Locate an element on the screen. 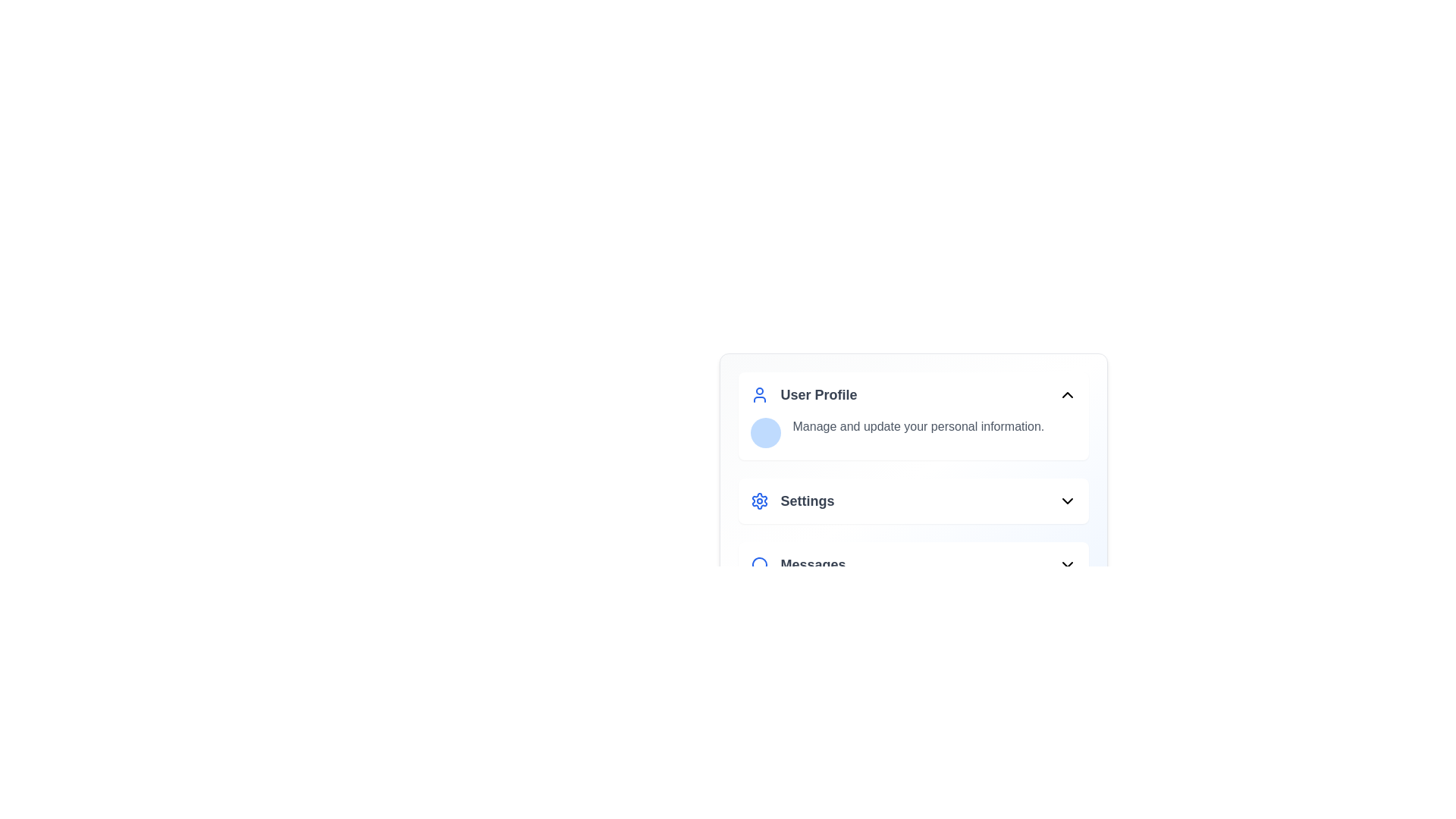 Image resolution: width=1456 pixels, height=819 pixels. the 'Messages' menu item is located at coordinates (797, 564).